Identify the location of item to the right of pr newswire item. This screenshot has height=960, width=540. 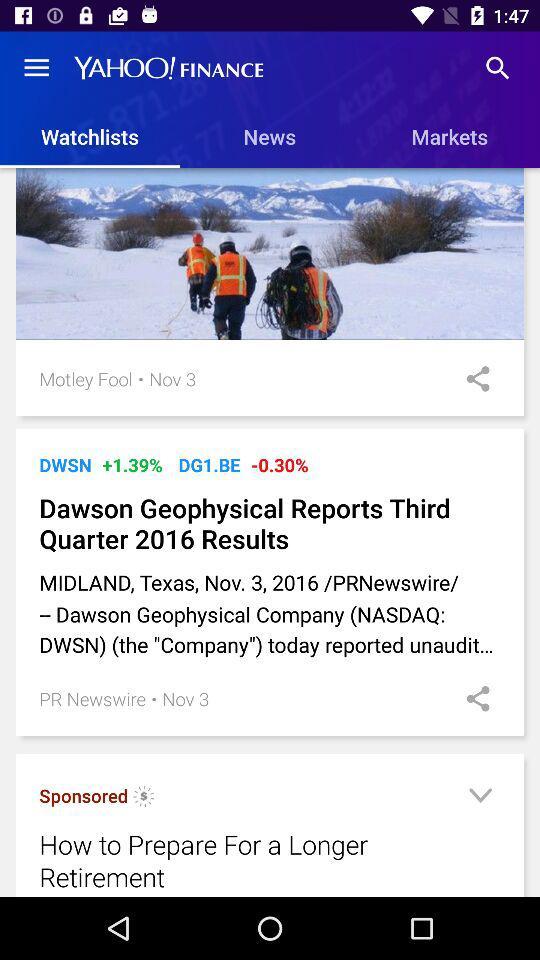
(153, 698).